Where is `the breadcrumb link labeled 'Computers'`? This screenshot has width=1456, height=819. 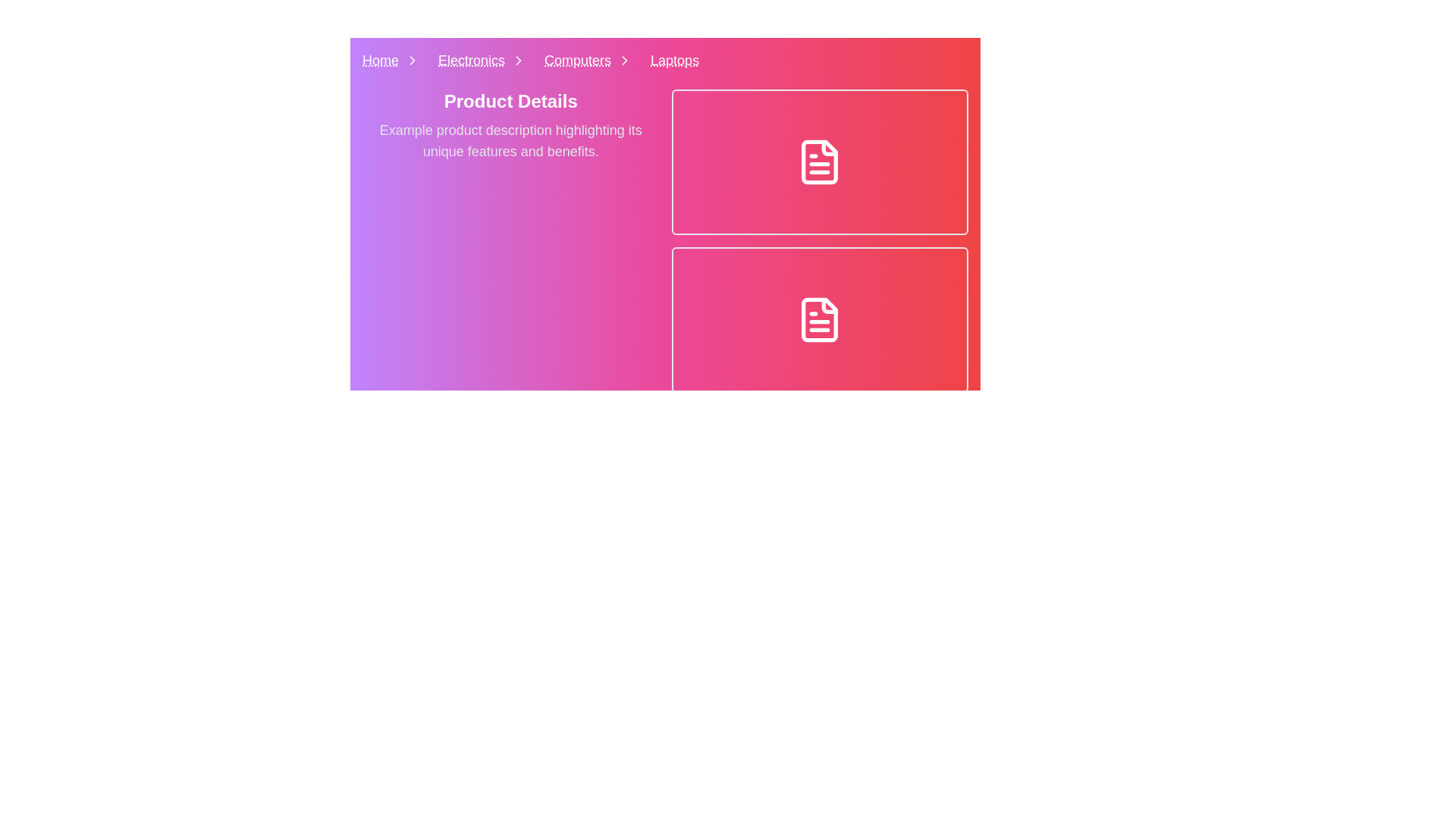
the breadcrumb link labeled 'Computers' is located at coordinates (591, 60).